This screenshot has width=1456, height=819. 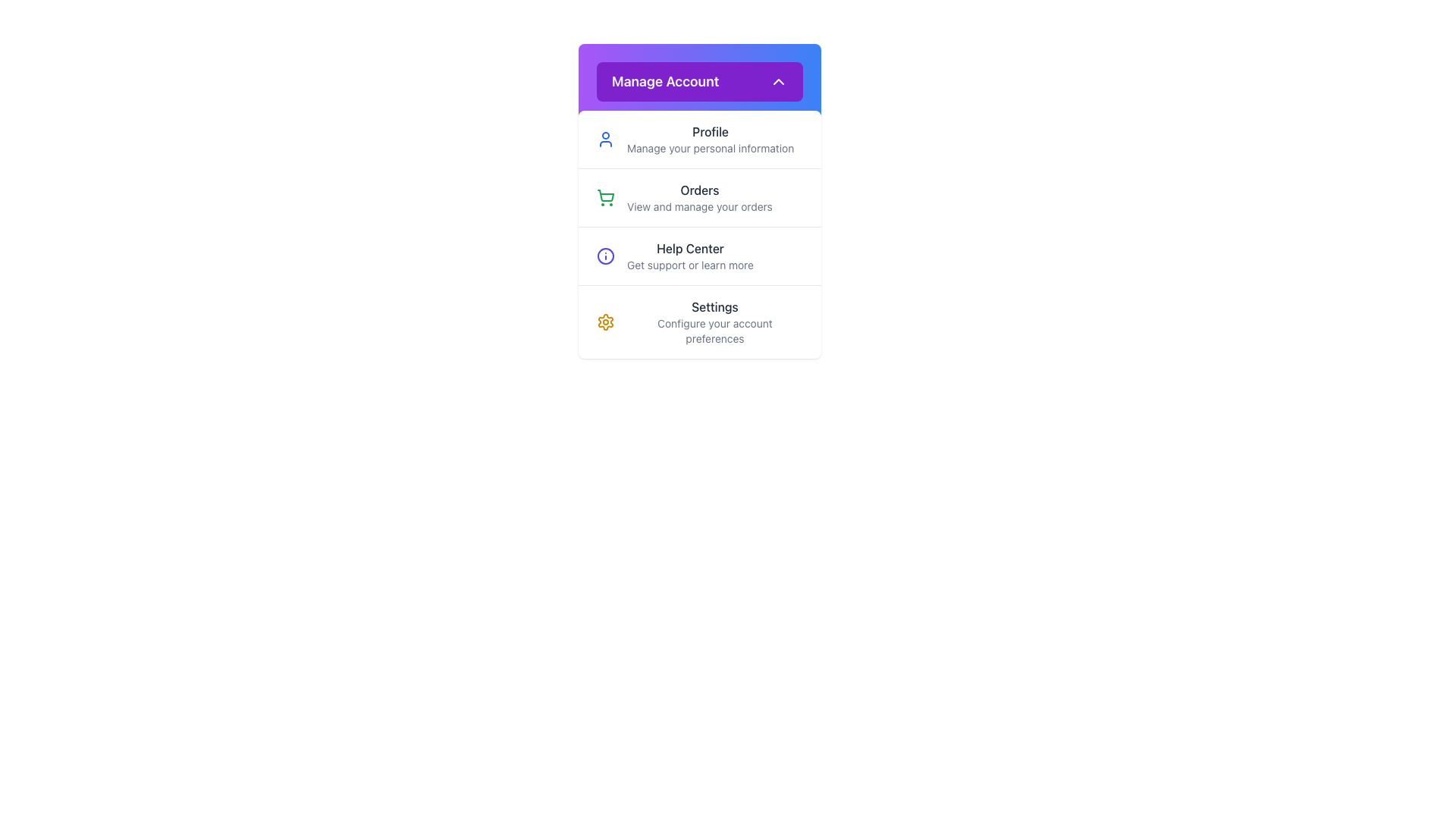 I want to click on the informational text label that provides context about the 'Help Center' section, positioned below the heading, so click(x=689, y=265).